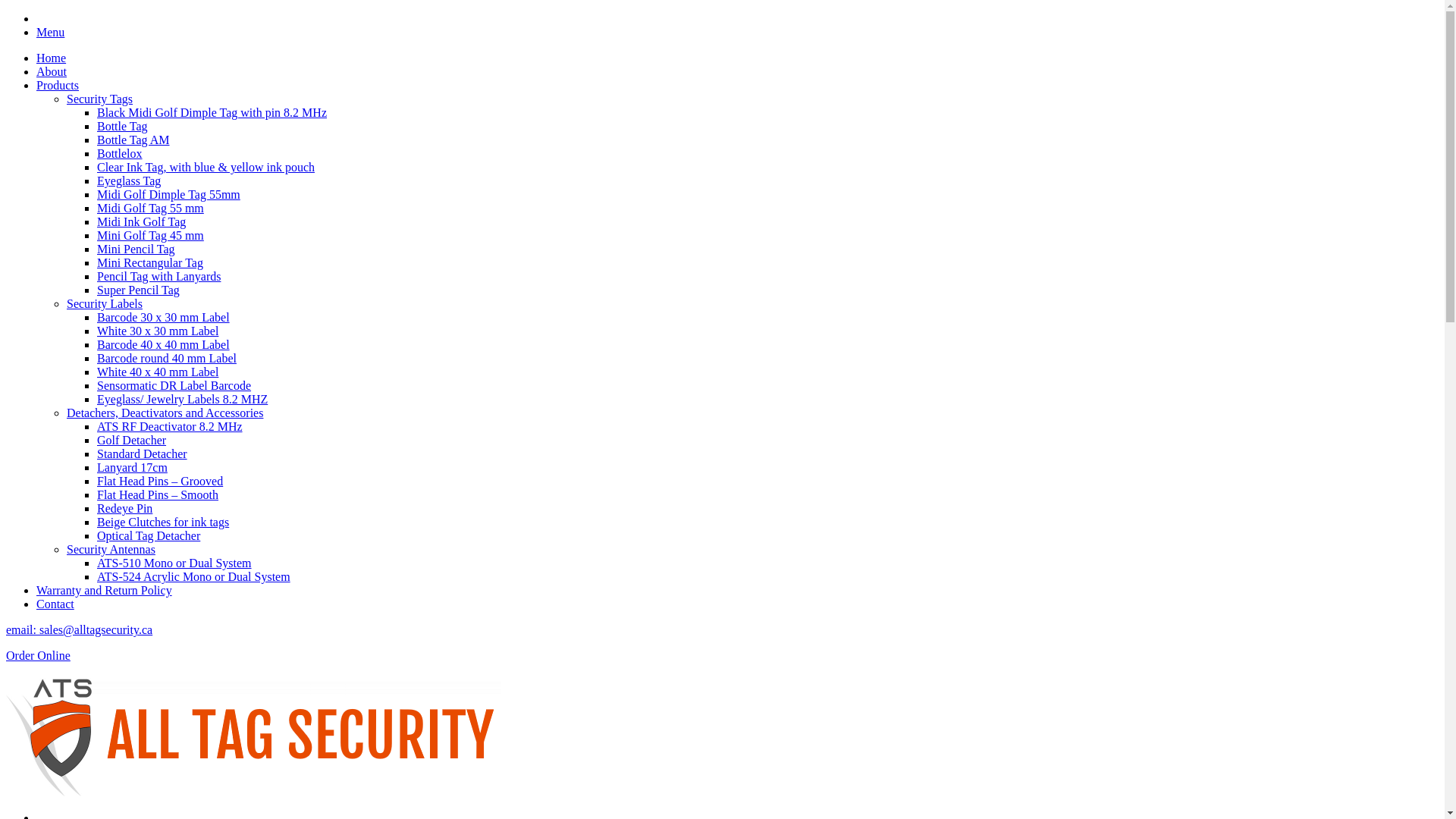 This screenshot has width=1456, height=819. What do you see at coordinates (132, 466) in the screenshot?
I see `'Lanyard 17cm'` at bounding box center [132, 466].